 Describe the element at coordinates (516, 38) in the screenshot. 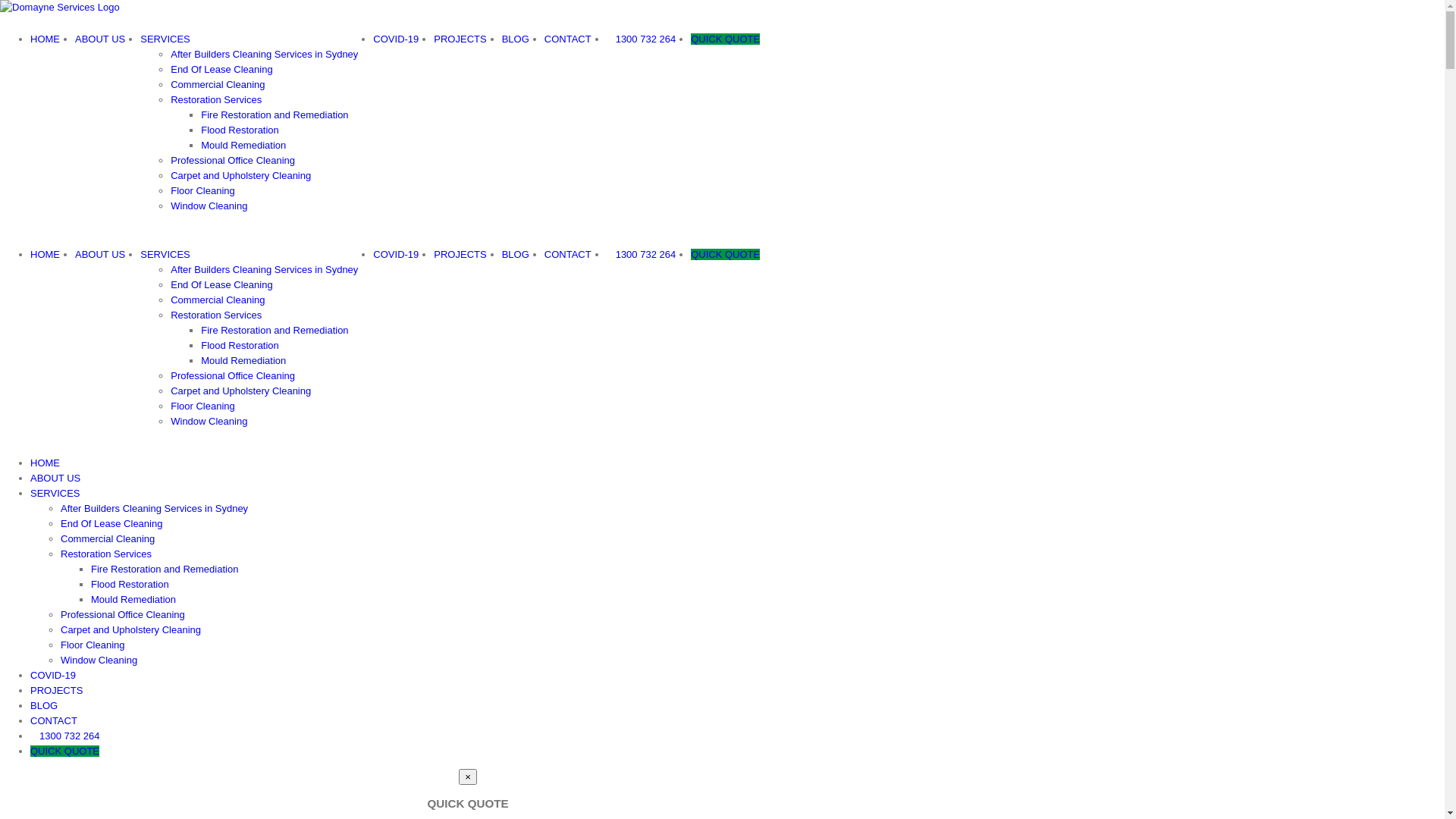

I see `'BLOG'` at that location.